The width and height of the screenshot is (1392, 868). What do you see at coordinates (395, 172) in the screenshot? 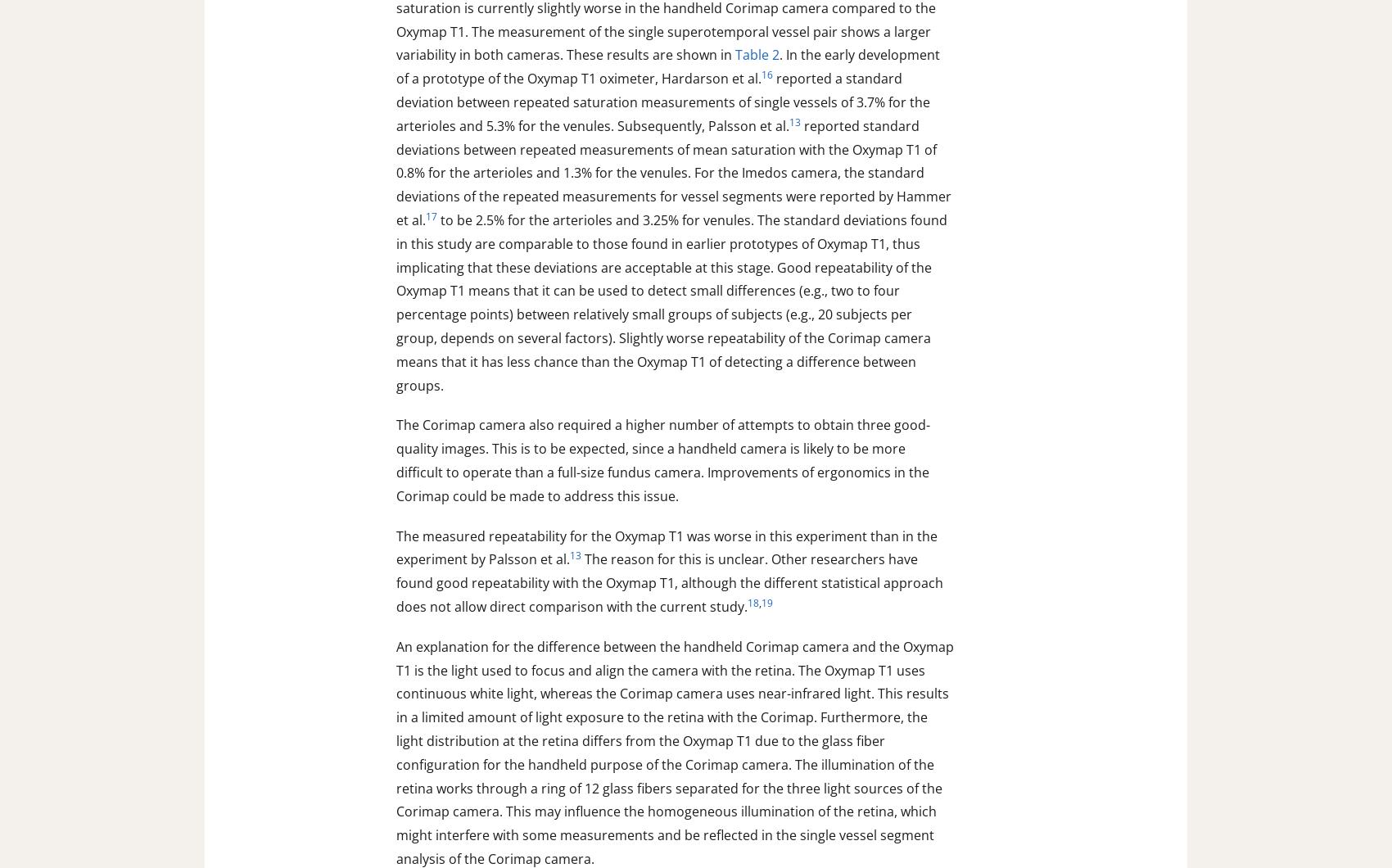
I see `'reported standard deviations between repeated measurements of mean saturation with the Oxymap T1 of 0.8% for the arterioles and 1.3% for the venules. For the Imedos camera, the standard deviations of the repeated measurements for vessel segments were reported by Hammer et al.'` at bounding box center [395, 172].